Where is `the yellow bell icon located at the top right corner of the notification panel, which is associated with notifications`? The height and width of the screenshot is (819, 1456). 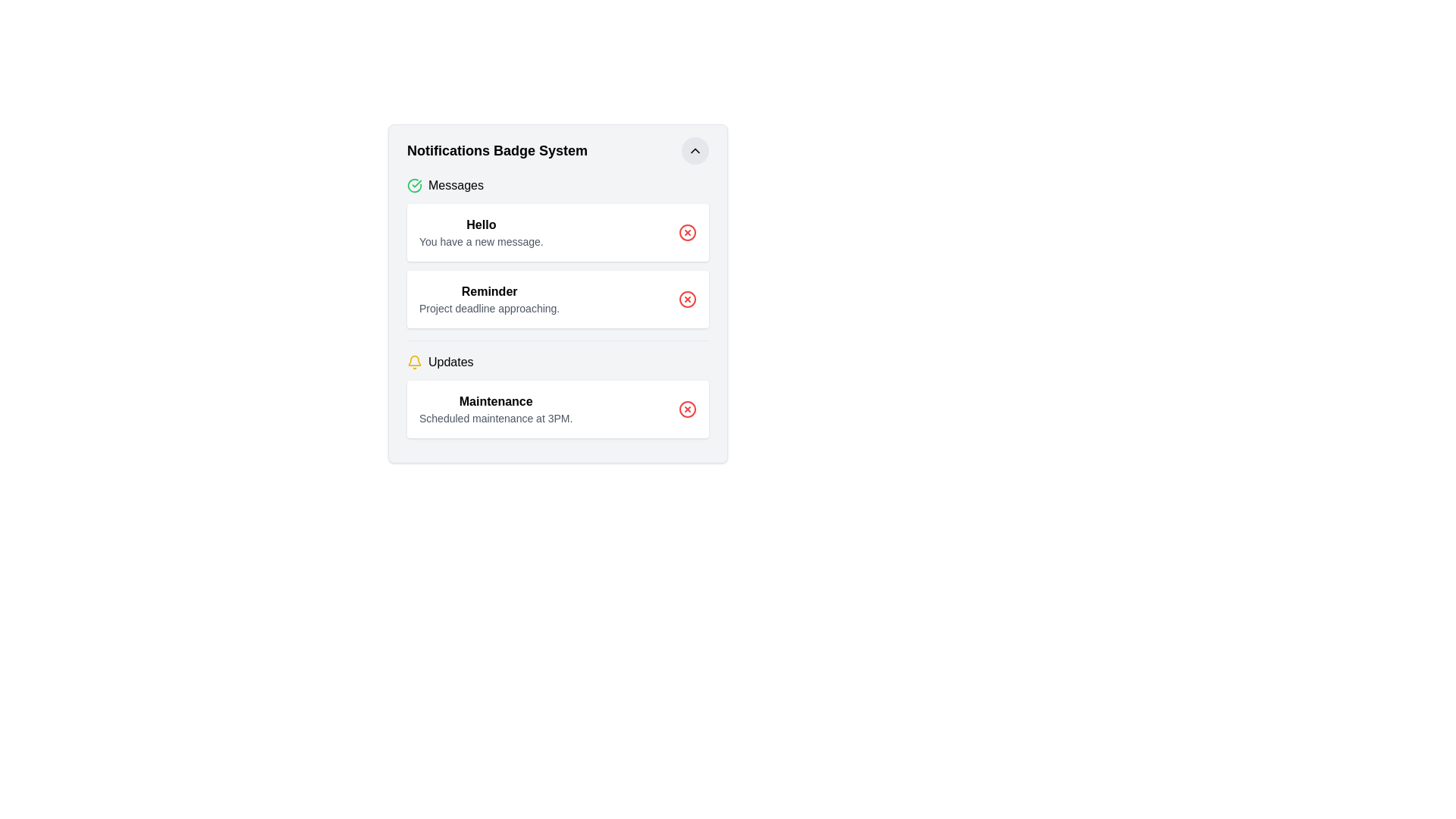
the yellow bell icon located at the top right corner of the notification panel, which is associated with notifications is located at coordinates (415, 360).